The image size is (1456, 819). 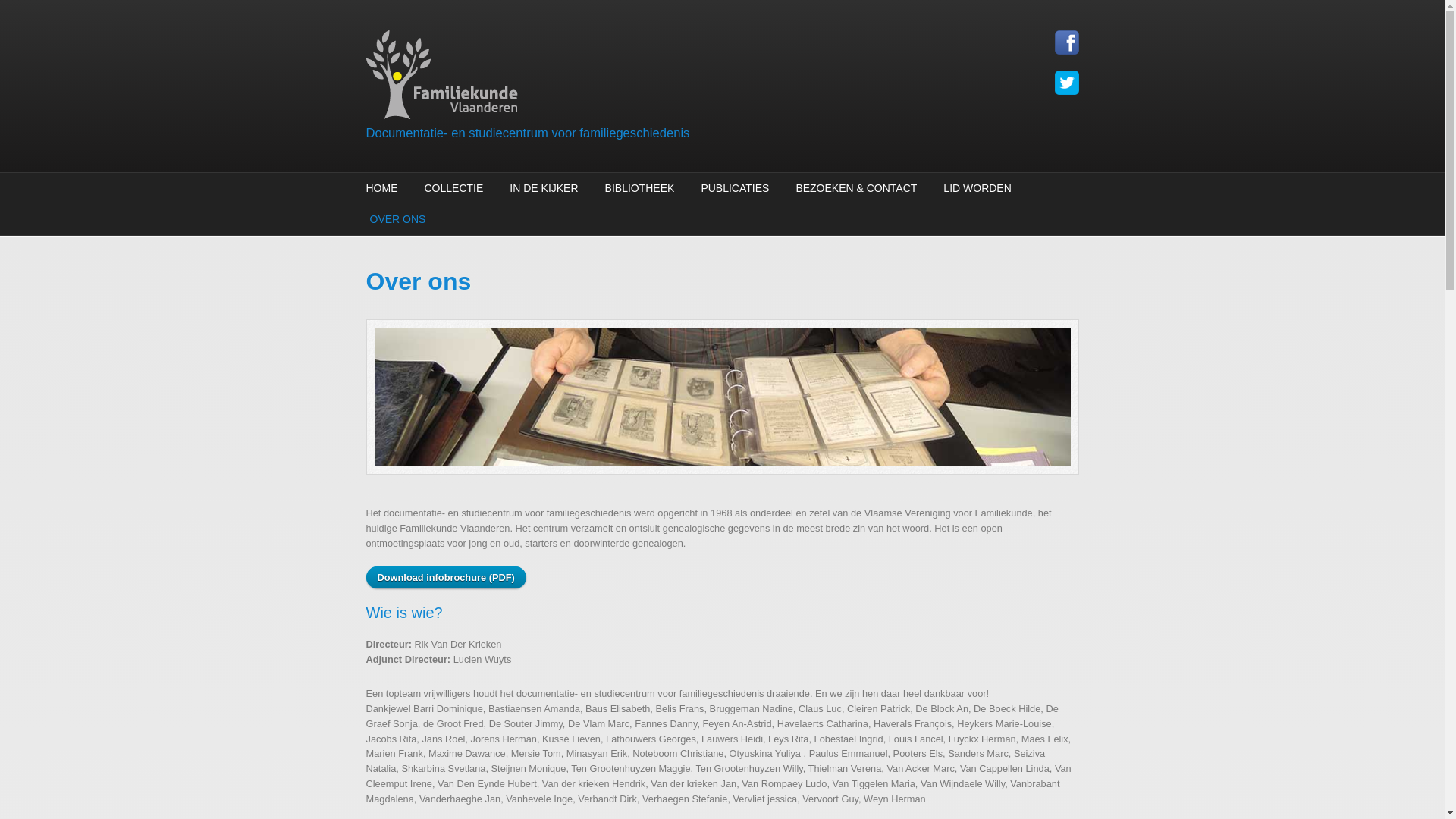 What do you see at coordinates (365, 187) in the screenshot?
I see `'HOME'` at bounding box center [365, 187].